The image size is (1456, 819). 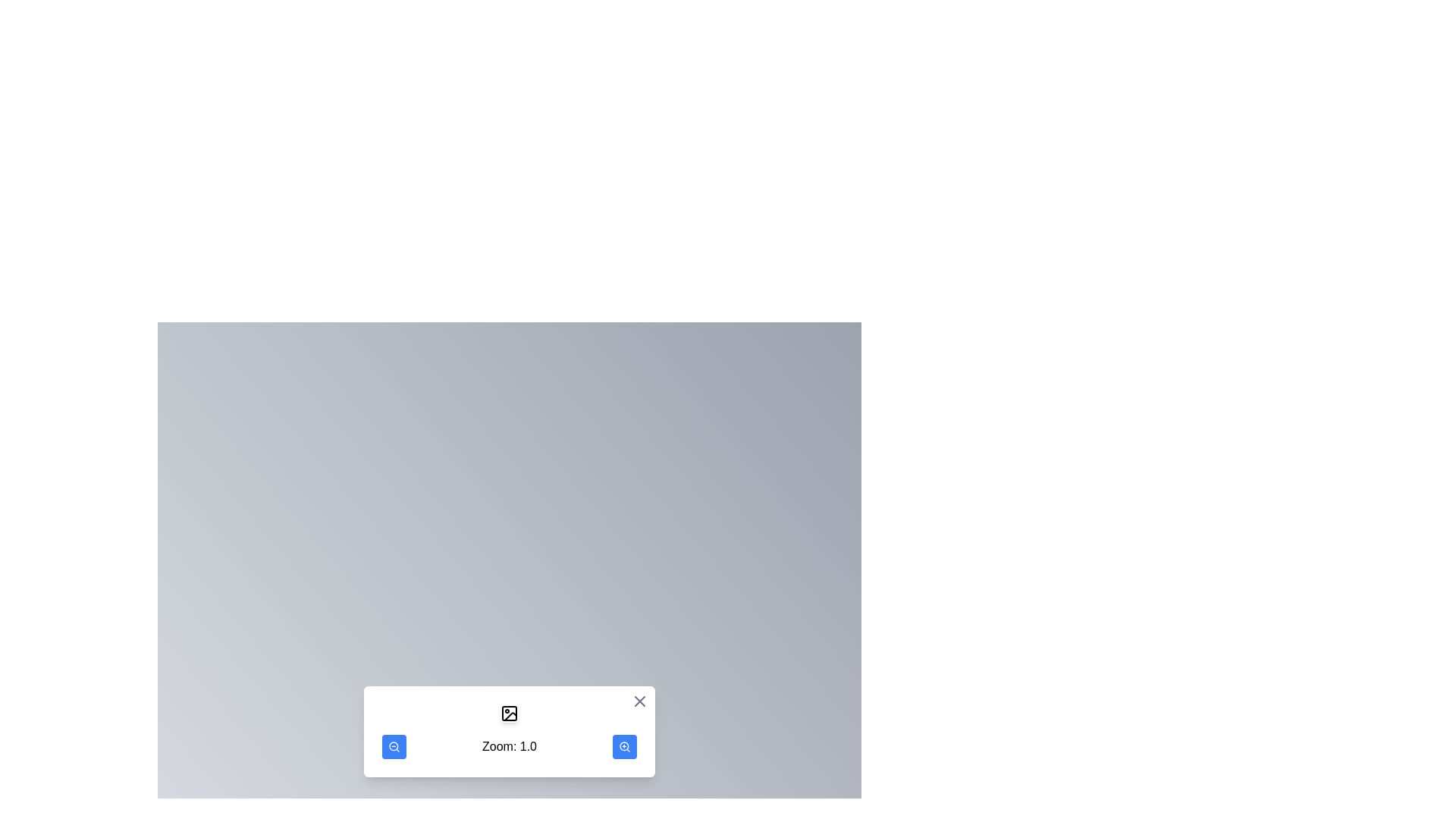 I want to click on text displayed as 'Zoom: 1.0' from the centered text display element located near the bottom of a modal interface, so click(x=510, y=745).